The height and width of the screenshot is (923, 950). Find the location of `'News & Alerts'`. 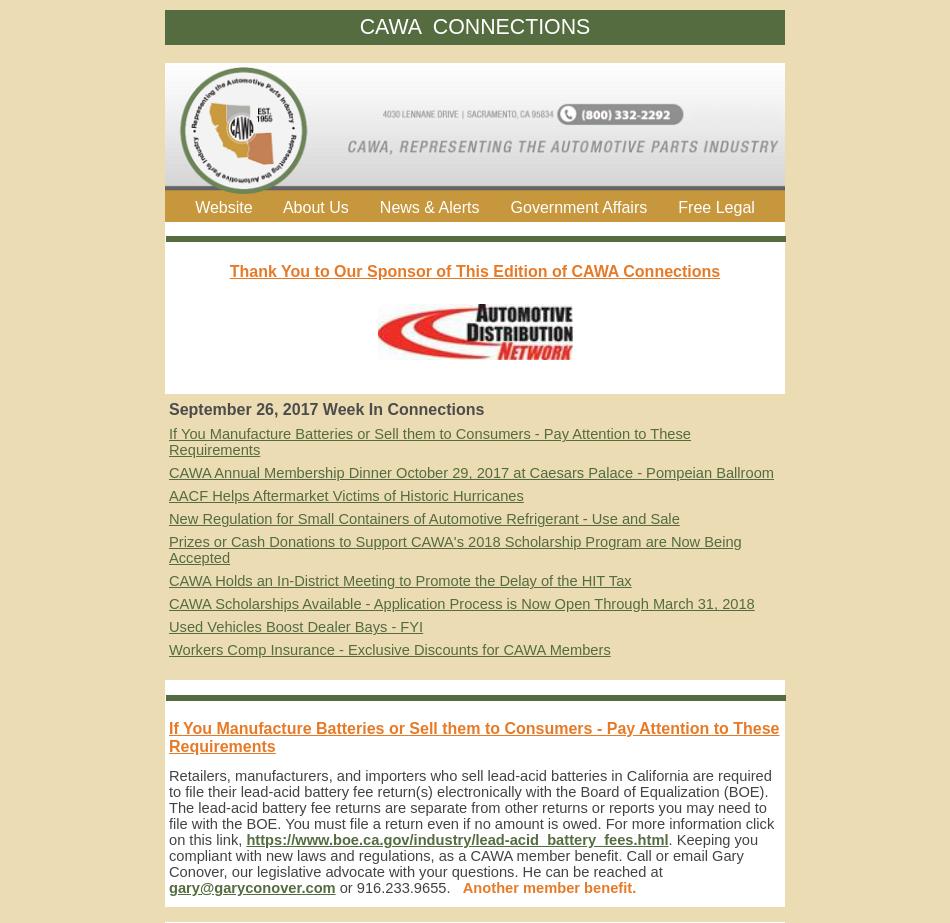

'News & Alerts' is located at coordinates (428, 206).